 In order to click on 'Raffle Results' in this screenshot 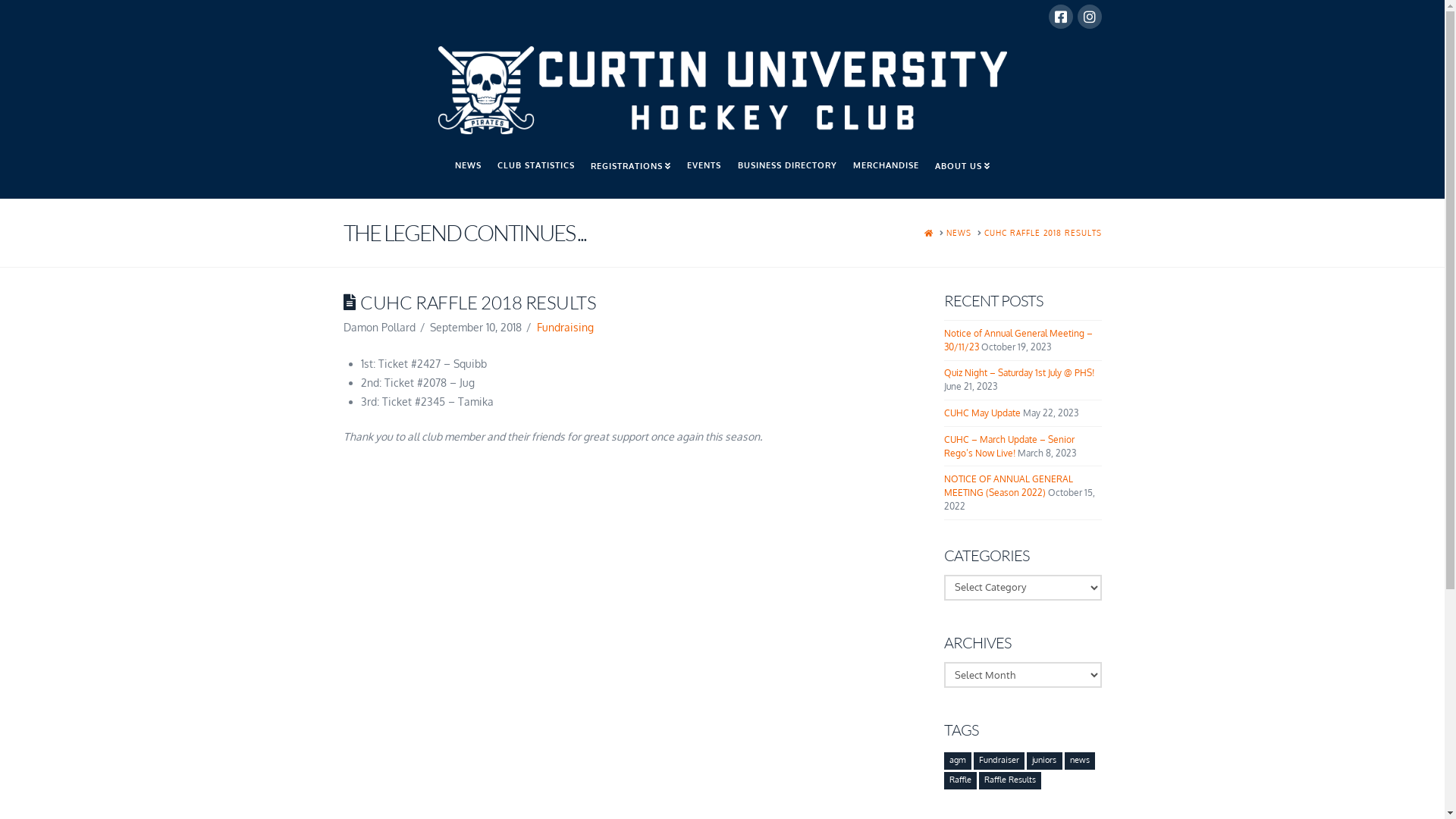, I will do `click(979, 780)`.